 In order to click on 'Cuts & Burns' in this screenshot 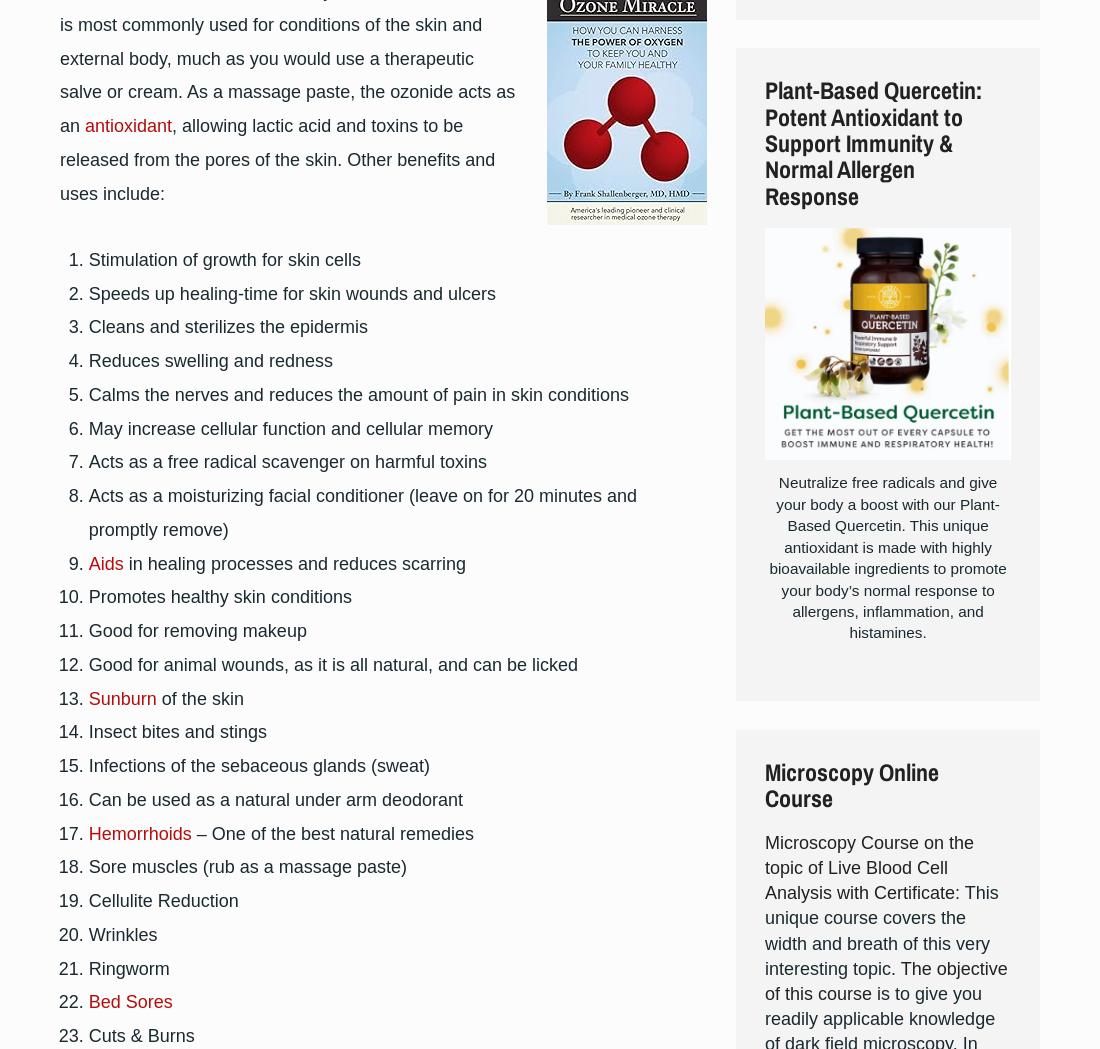, I will do `click(88, 1035)`.